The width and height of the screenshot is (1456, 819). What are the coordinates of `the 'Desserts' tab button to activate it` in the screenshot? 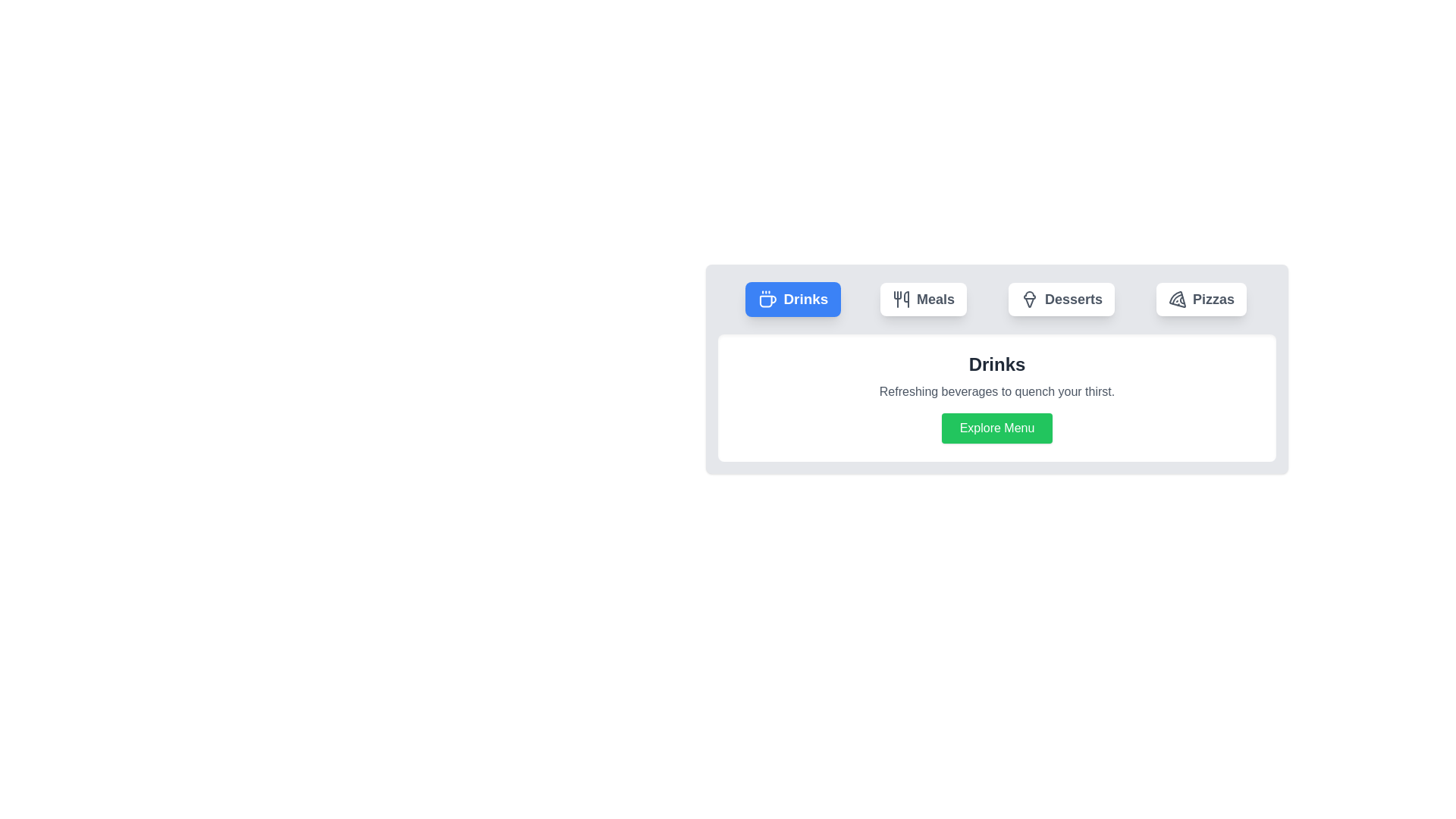 It's located at (1061, 299).